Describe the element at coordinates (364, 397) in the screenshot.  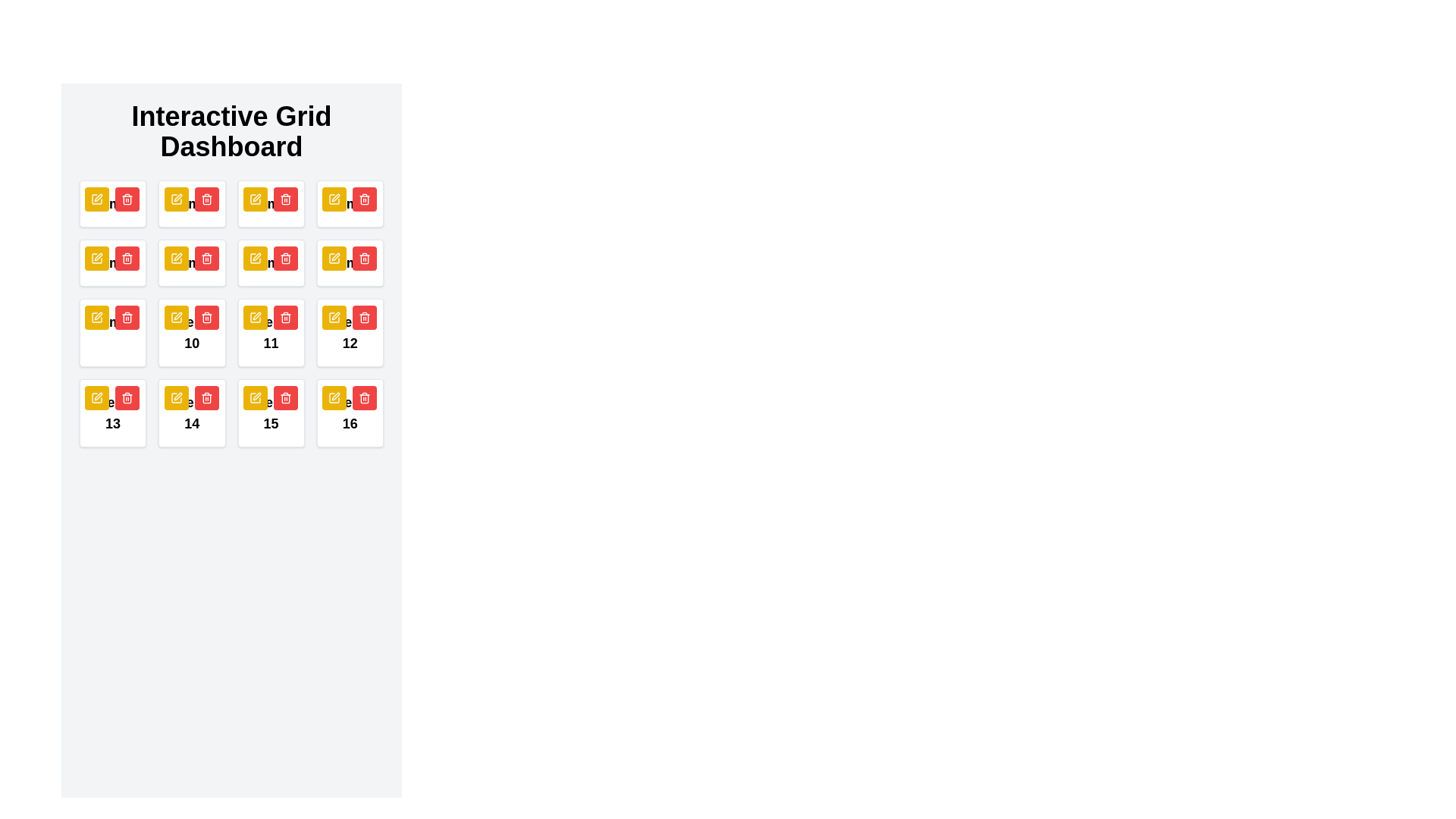
I see `the delete button located in the third row and second column of the Interactive Grid Dashboard to receive feedback` at that location.